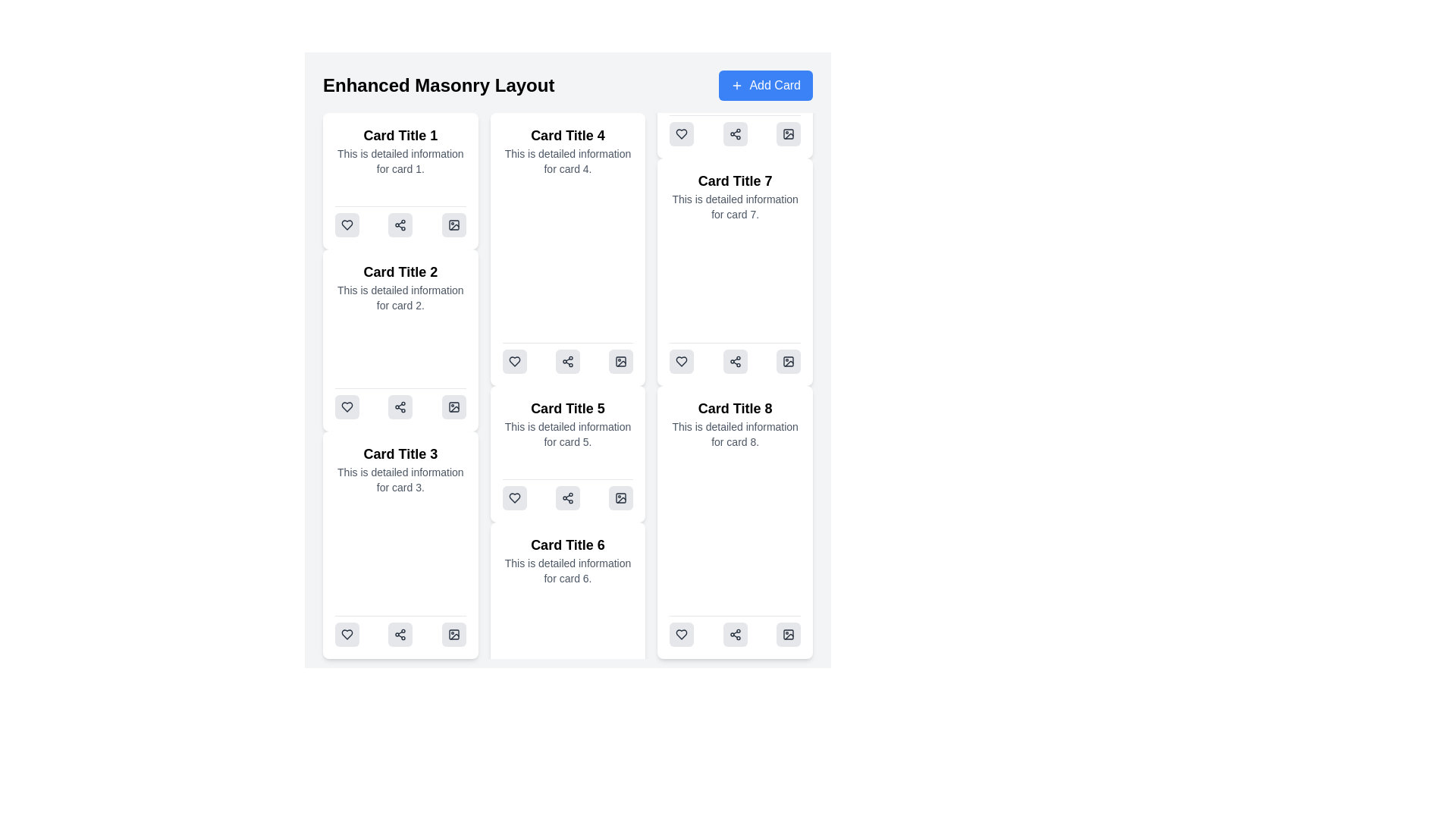 This screenshot has width=1456, height=819. What do you see at coordinates (400, 406) in the screenshot?
I see `the sharing button (second button in a group of three at the bottom of 'Card Title 3')` at bounding box center [400, 406].